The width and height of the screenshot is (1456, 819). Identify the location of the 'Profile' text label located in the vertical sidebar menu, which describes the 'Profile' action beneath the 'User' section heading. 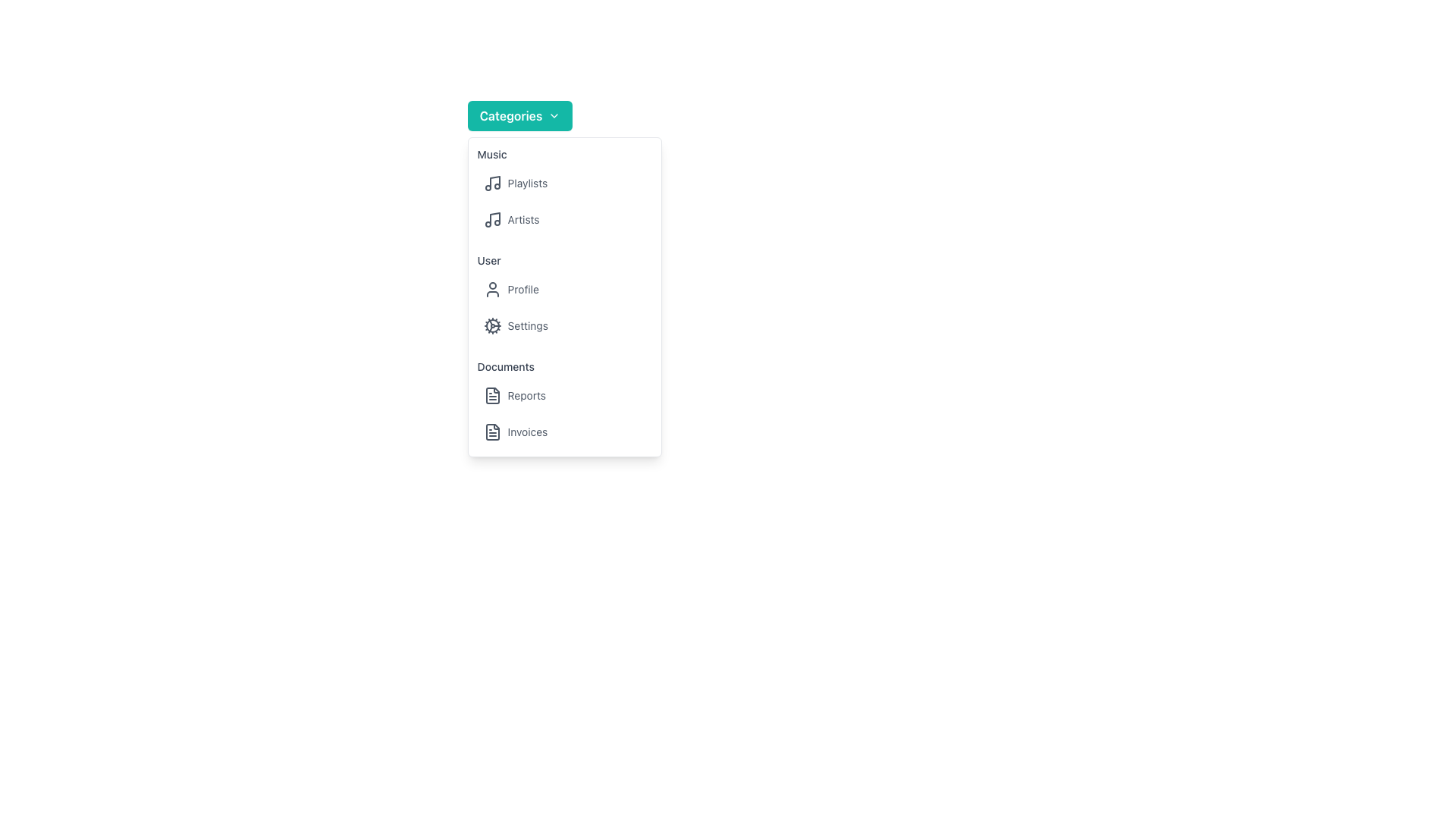
(523, 289).